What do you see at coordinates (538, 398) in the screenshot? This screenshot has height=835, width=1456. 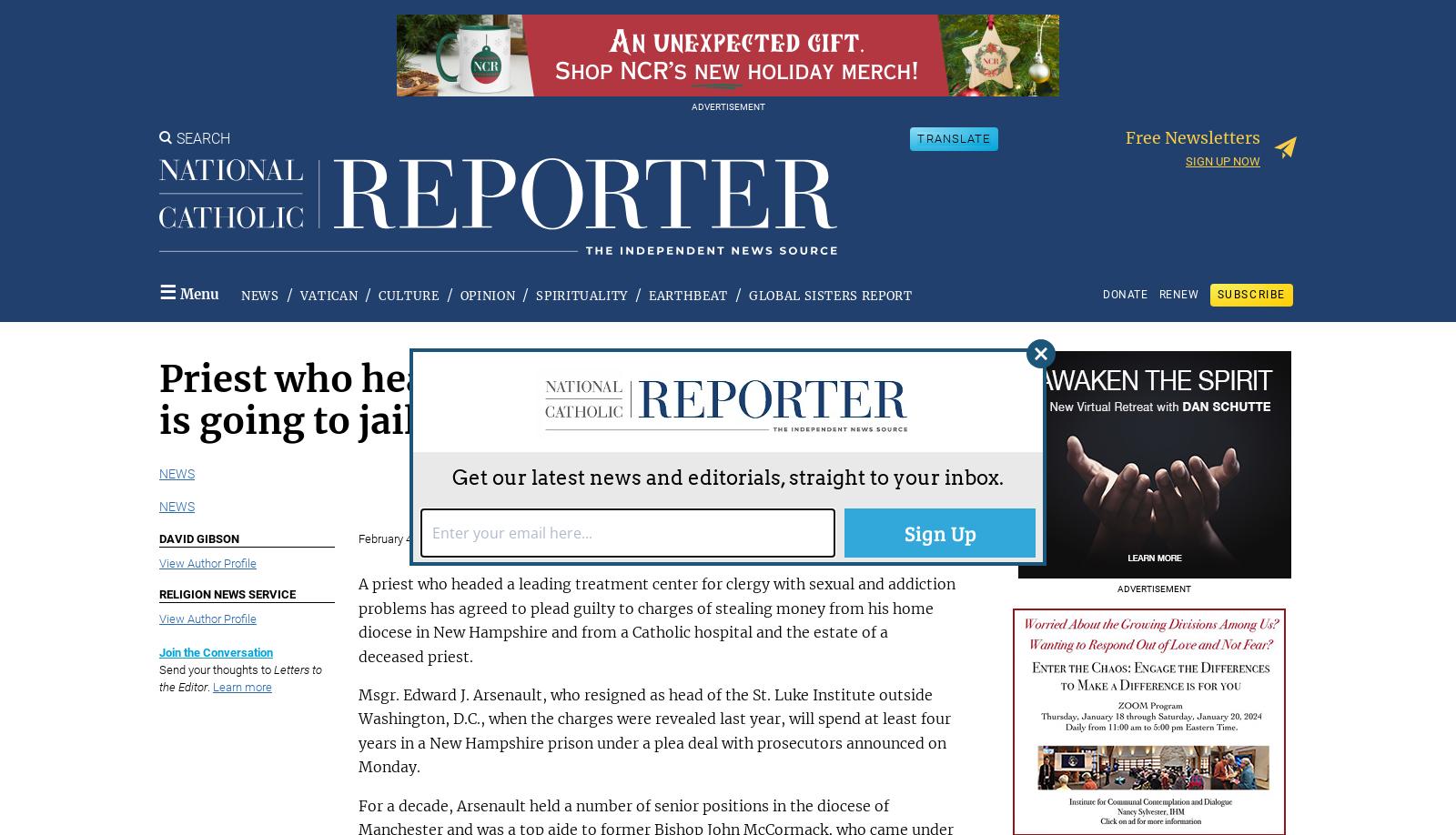 I see `'Priest who headed clergy addiction center is going to jail for fraud'` at bounding box center [538, 398].